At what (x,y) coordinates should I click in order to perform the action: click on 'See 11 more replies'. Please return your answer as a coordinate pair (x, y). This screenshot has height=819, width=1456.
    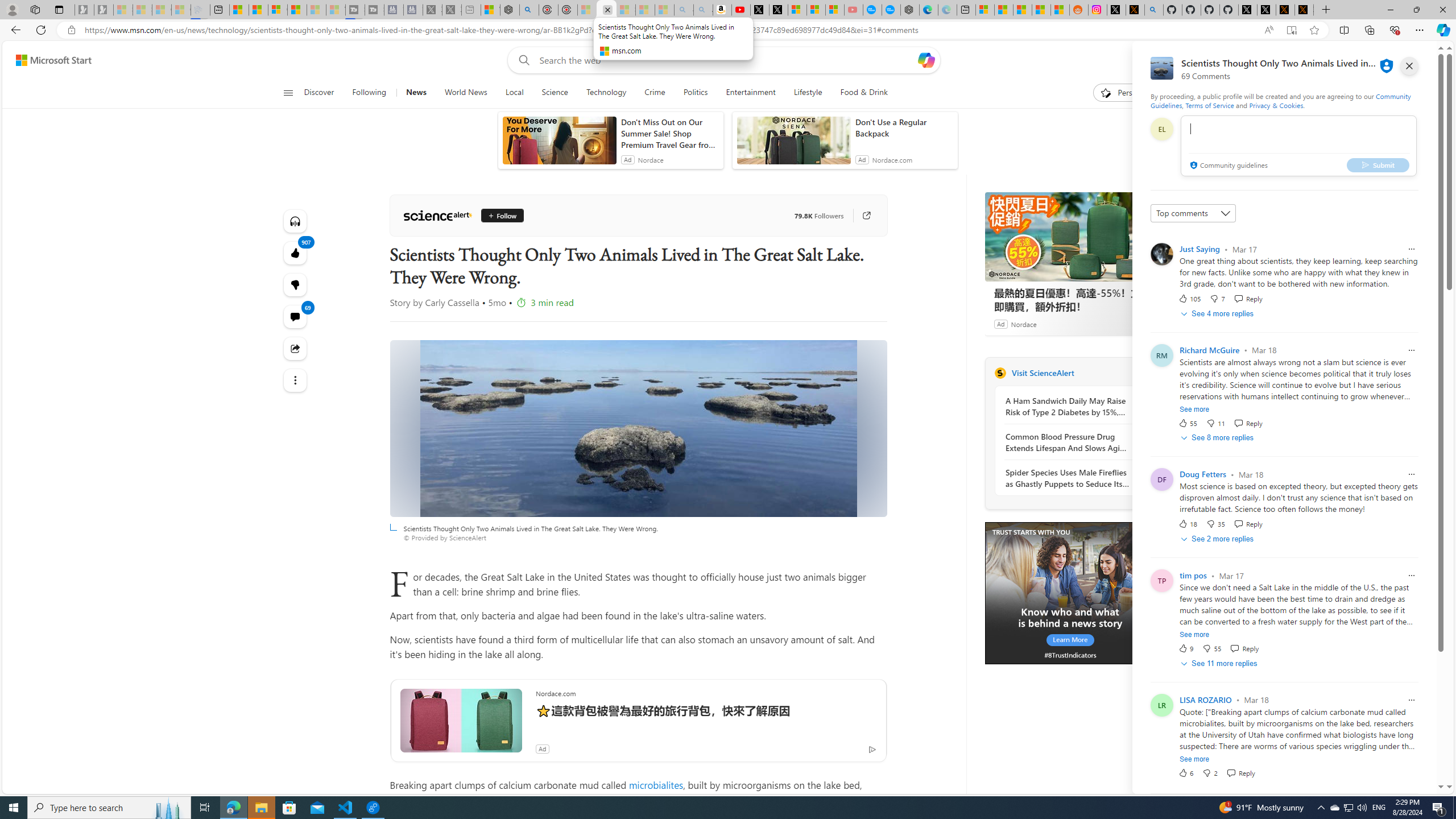
    Looking at the image, I should click on (1219, 663).